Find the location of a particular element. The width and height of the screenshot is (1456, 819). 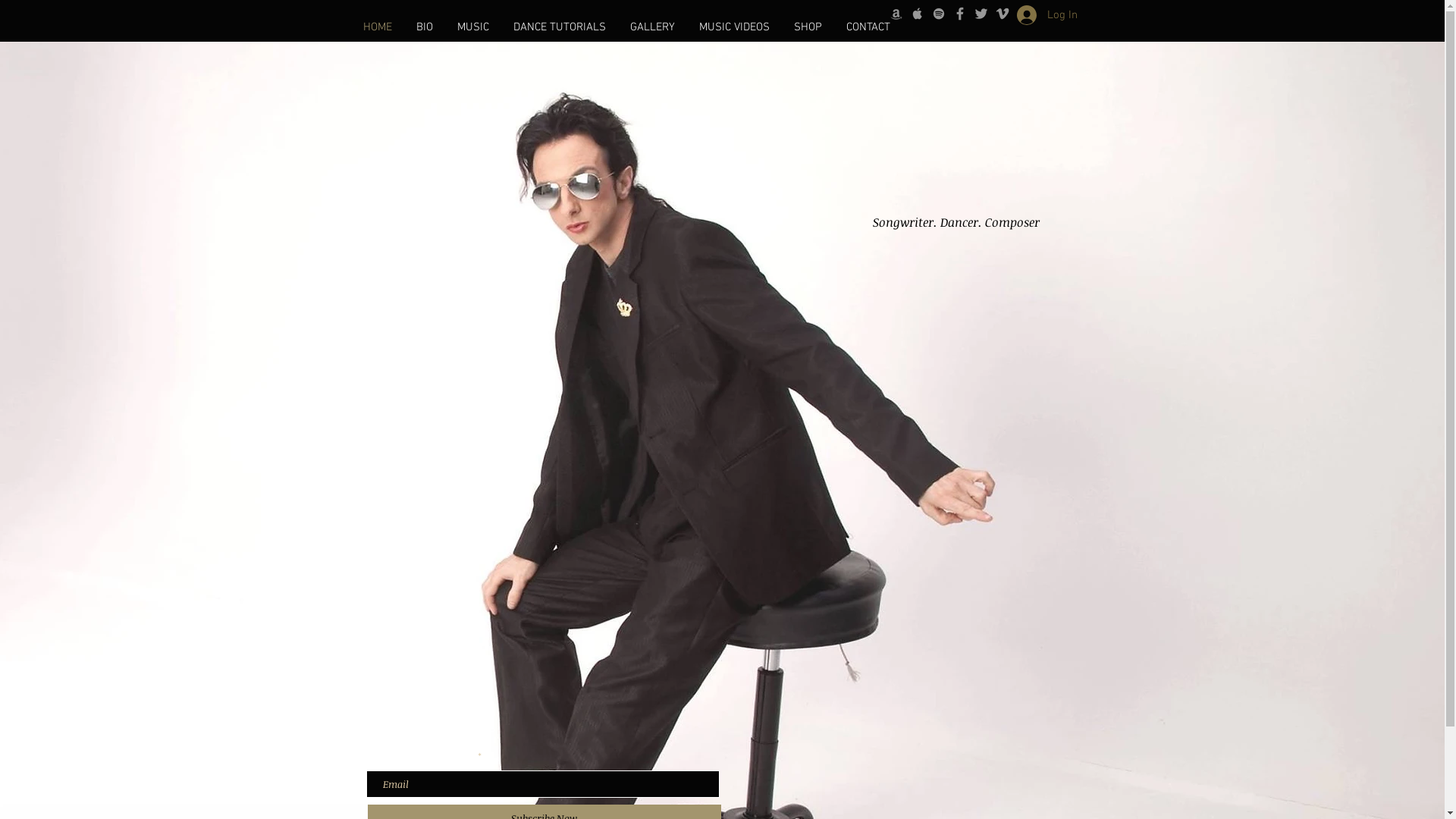

'MUSIC' is located at coordinates (443, 27).